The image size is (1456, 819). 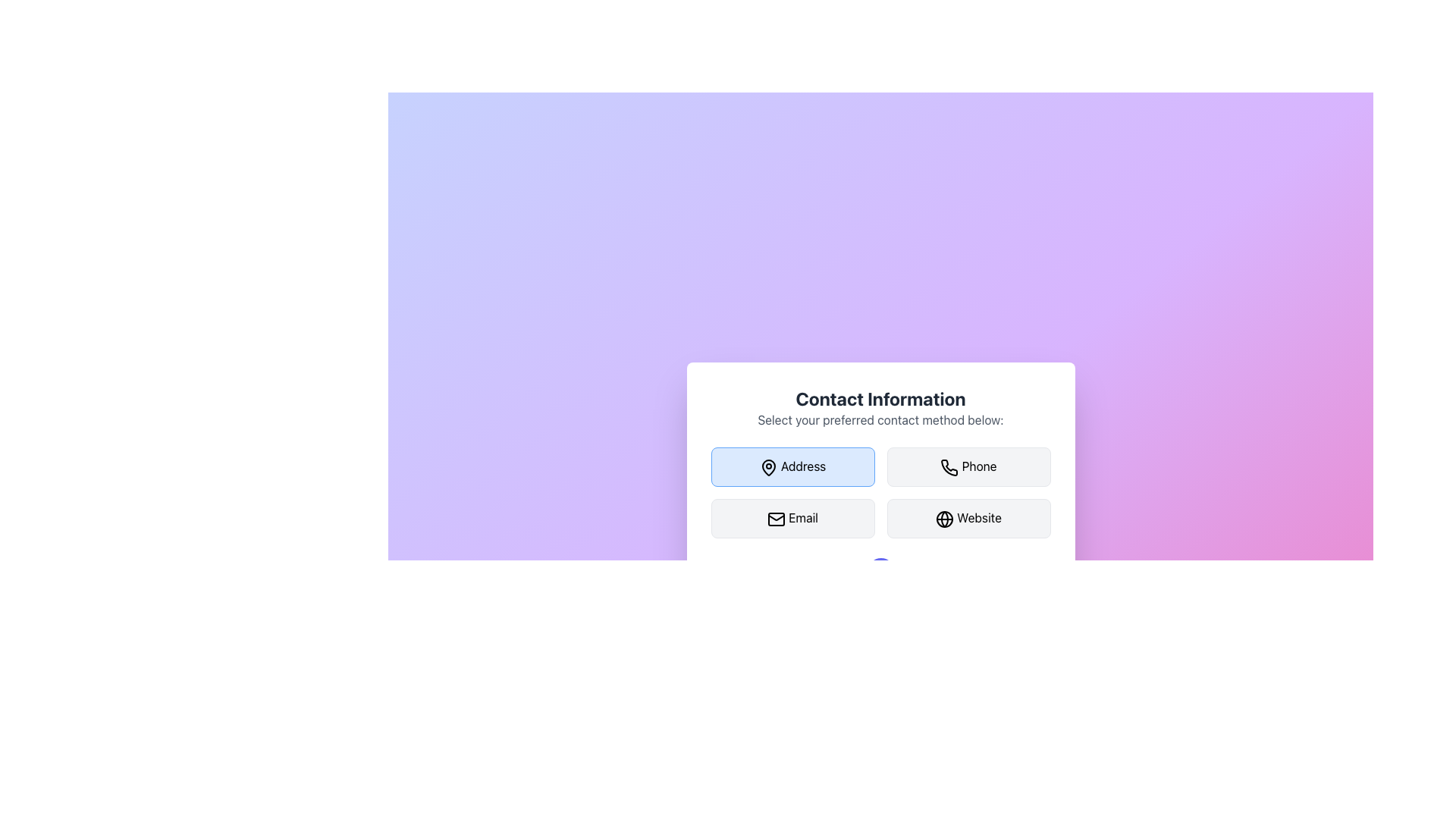 What do you see at coordinates (968, 517) in the screenshot?
I see `the 'Website' button located in the second row and second column of the 'Contact Information' section` at bounding box center [968, 517].